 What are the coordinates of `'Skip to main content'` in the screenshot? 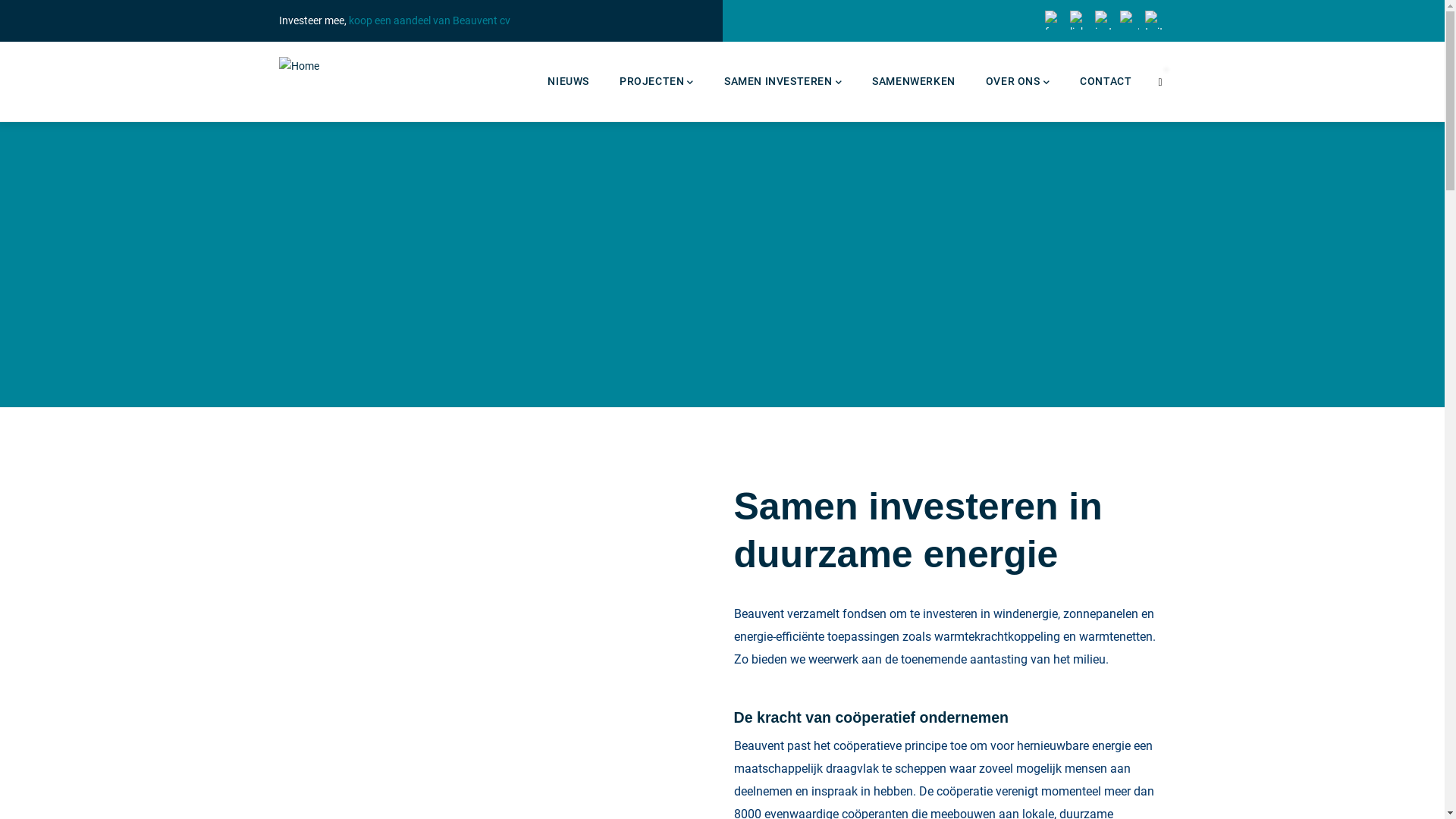 It's located at (0, 0).